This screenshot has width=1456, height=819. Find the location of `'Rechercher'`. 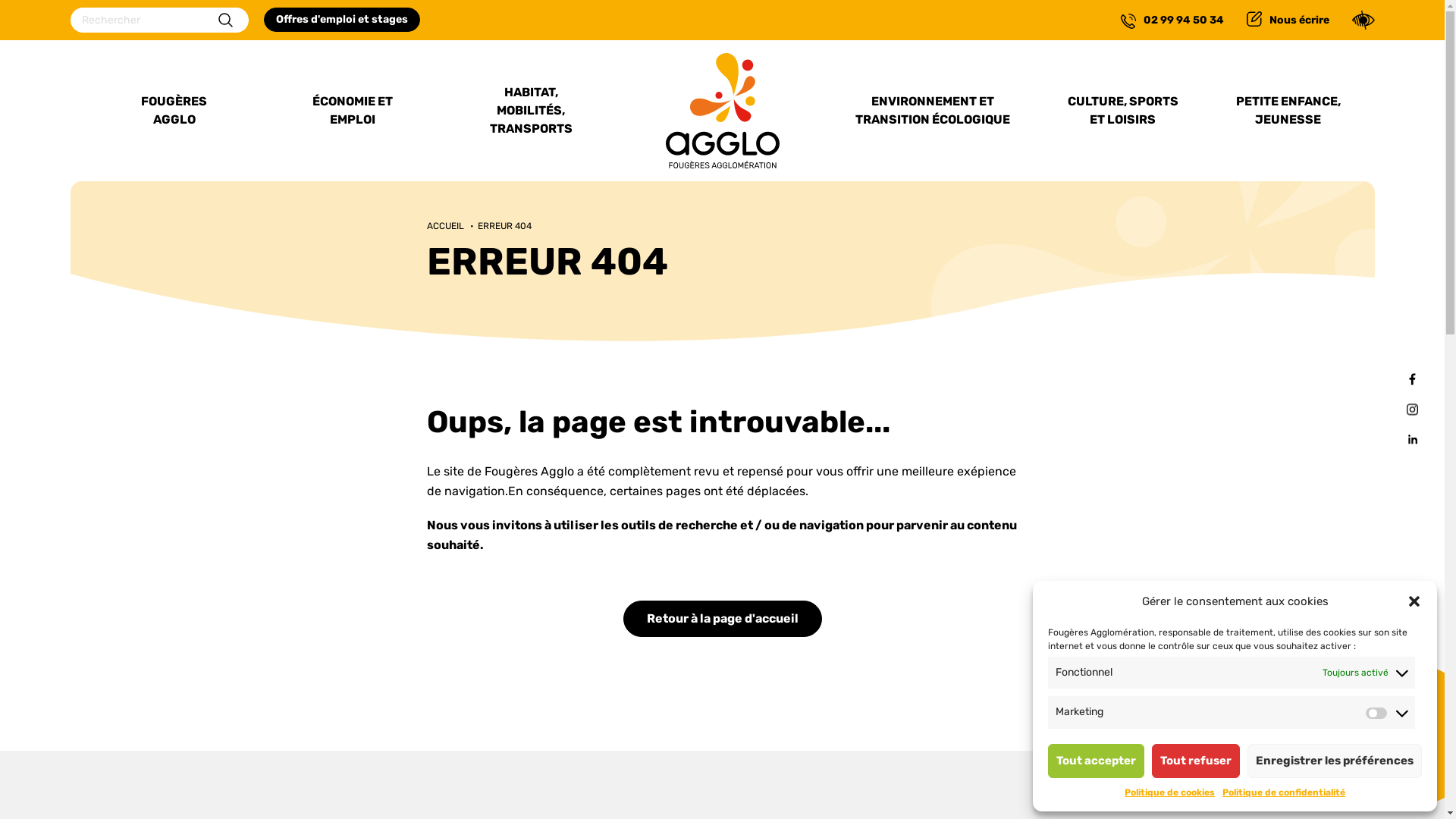

'Rechercher' is located at coordinates (202, 20).